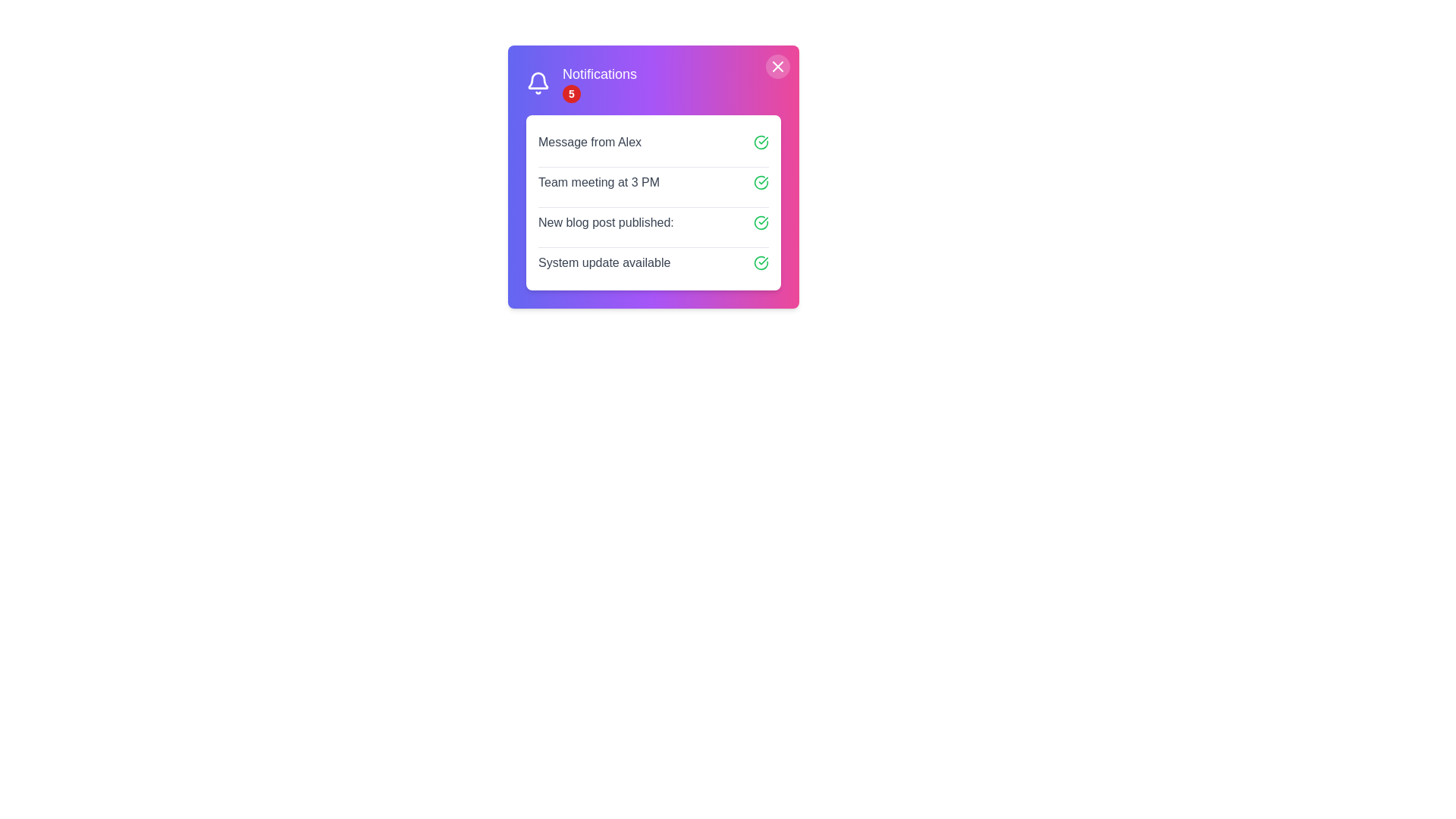 The image size is (1456, 819). What do you see at coordinates (604, 262) in the screenshot?
I see `the notification message informing the user about a system update, located at the bottom of a notification pop-up panel with a green success icon to the right` at bounding box center [604, 262].